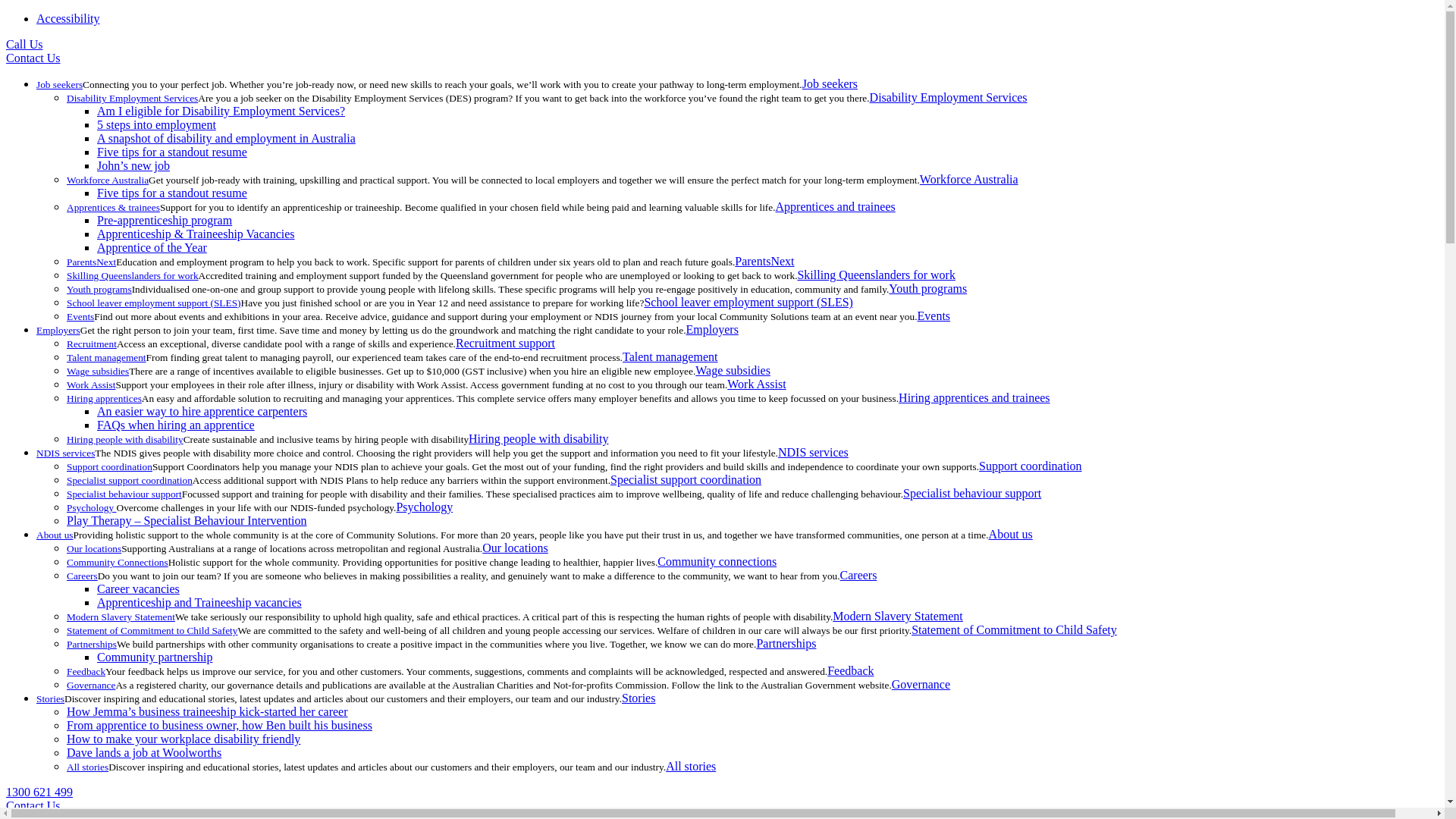  What do you see at coordinates (96, 220) in the screenshot?
I see `'Pre-apprenticeship program'` at bounding box center [96, 220].